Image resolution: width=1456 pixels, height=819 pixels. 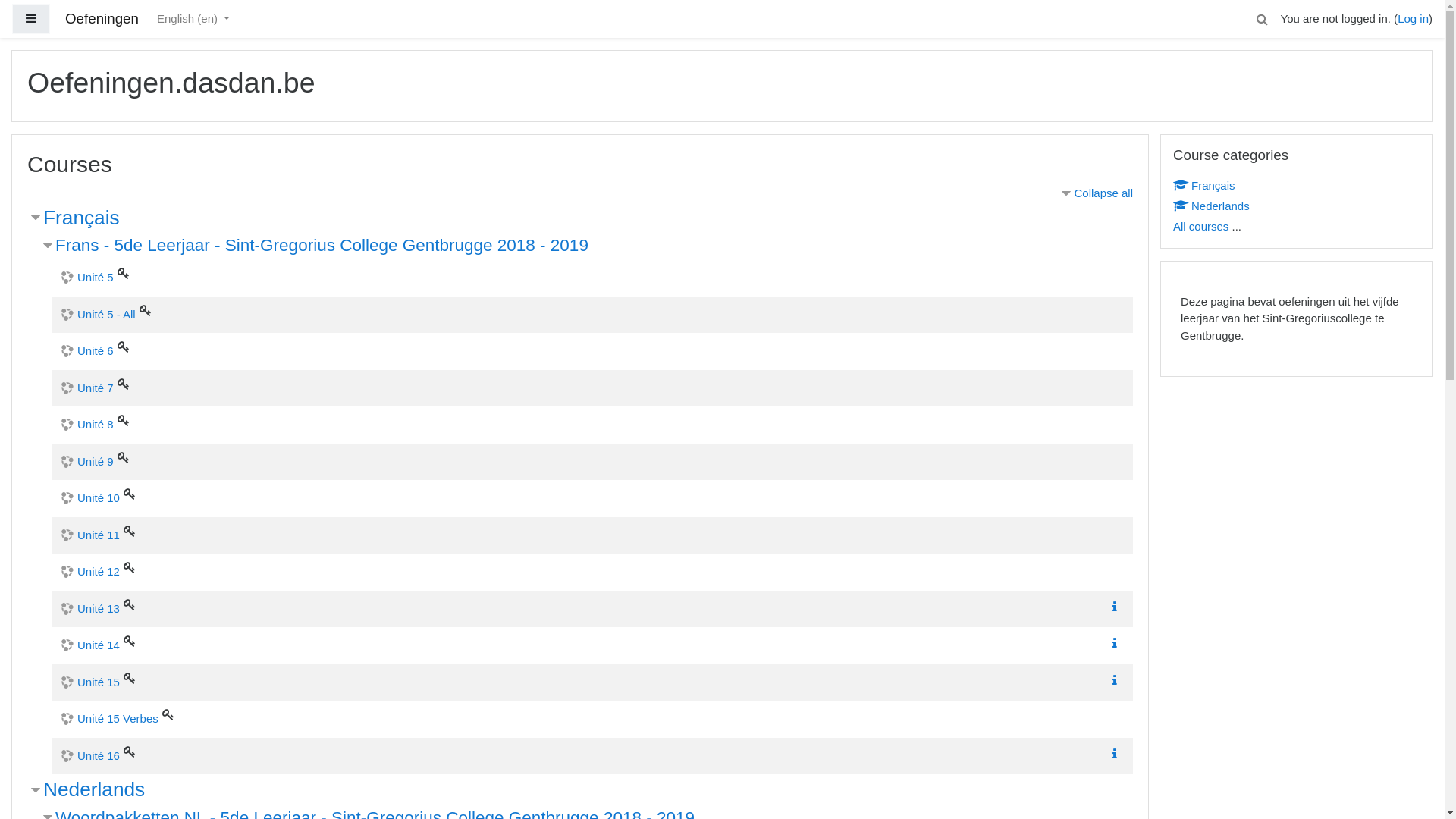 I want to click on 'Nederlands', so click(x=1210, y=205).